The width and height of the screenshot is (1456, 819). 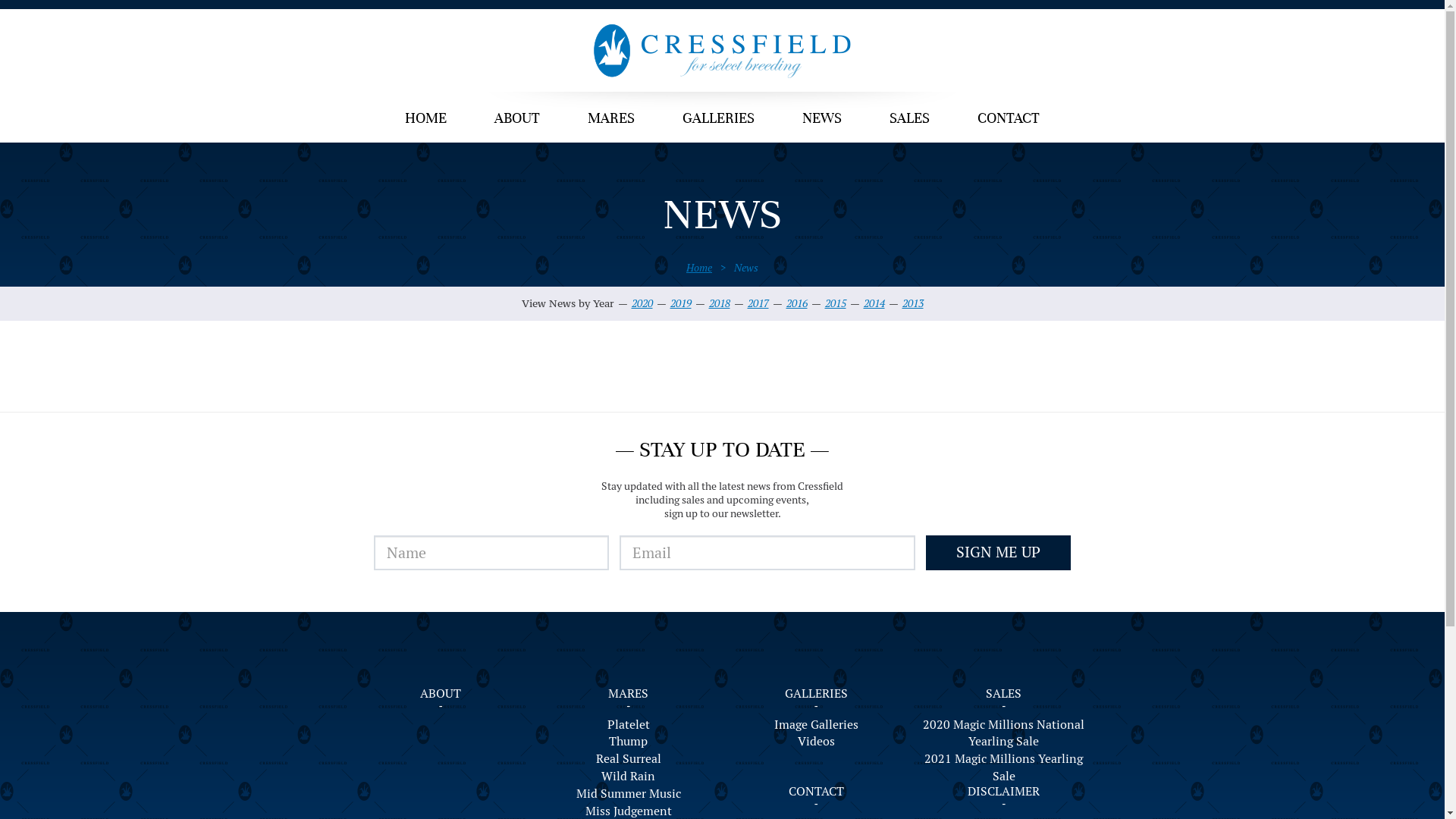 I want to click on 'Mid Summer Music', so click(x=629, y=793).